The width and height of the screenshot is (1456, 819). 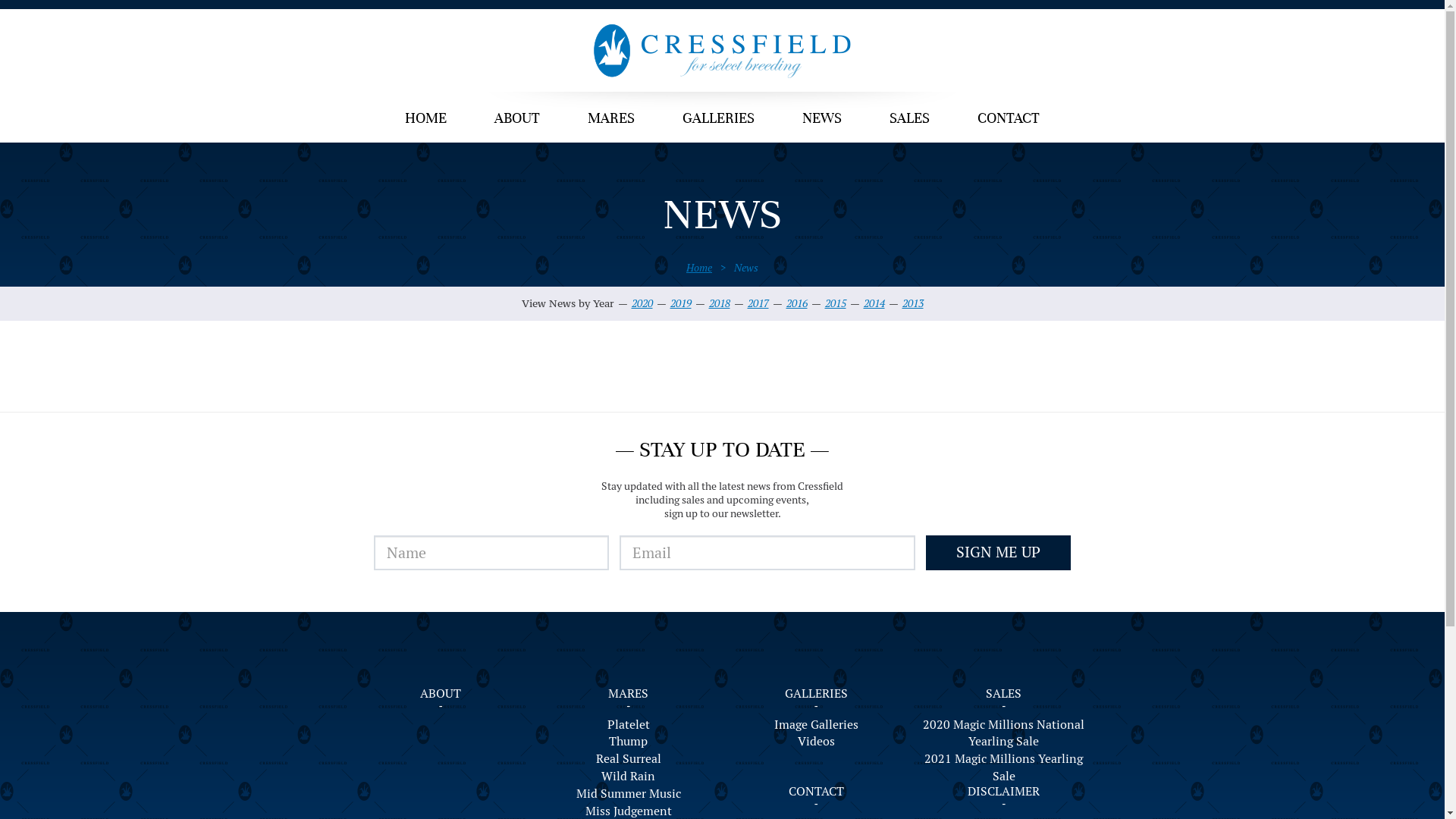 I want to click on 'Mid Summer Music', so click(x=629, y=793).